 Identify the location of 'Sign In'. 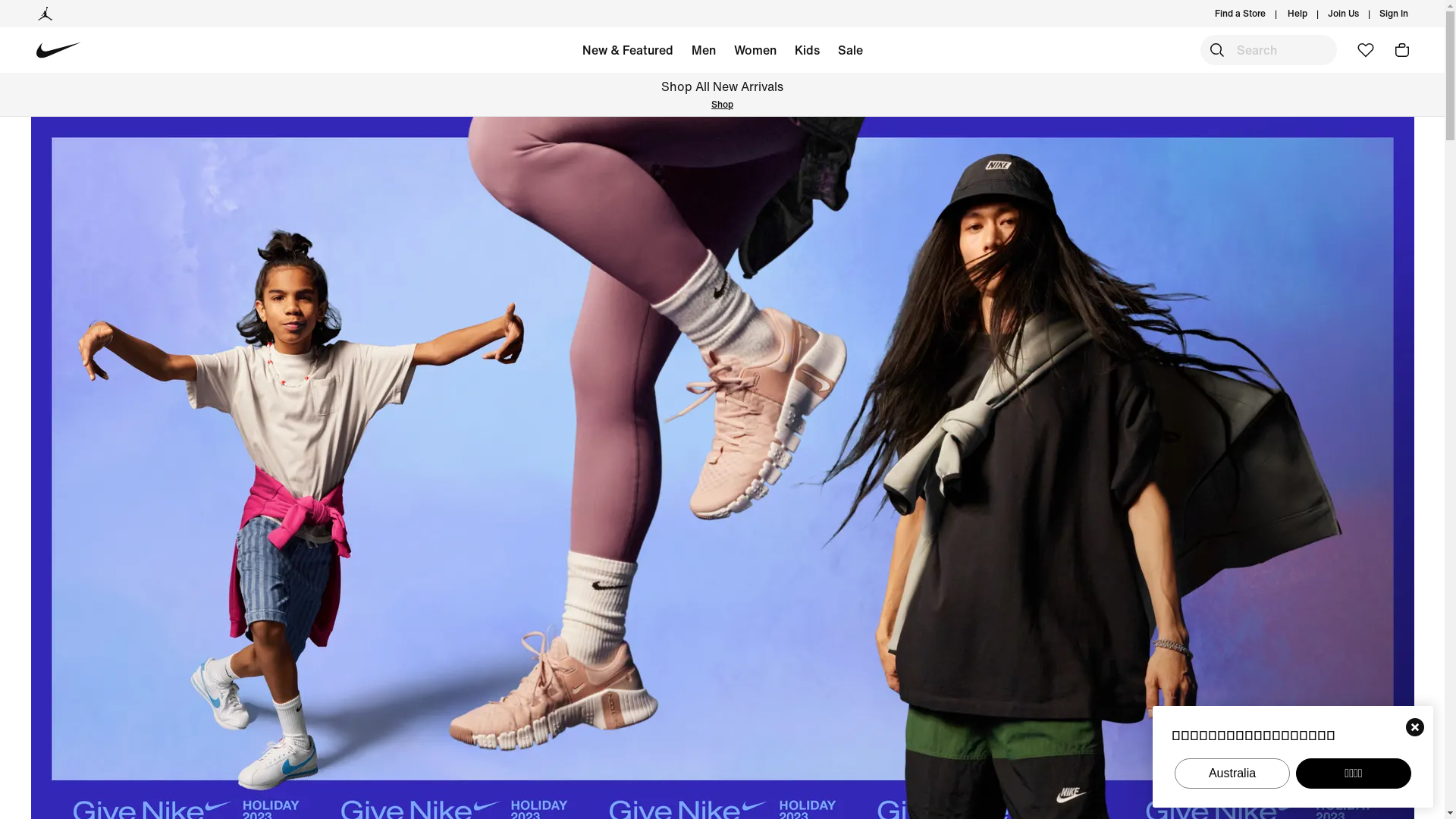
(1394, 14).